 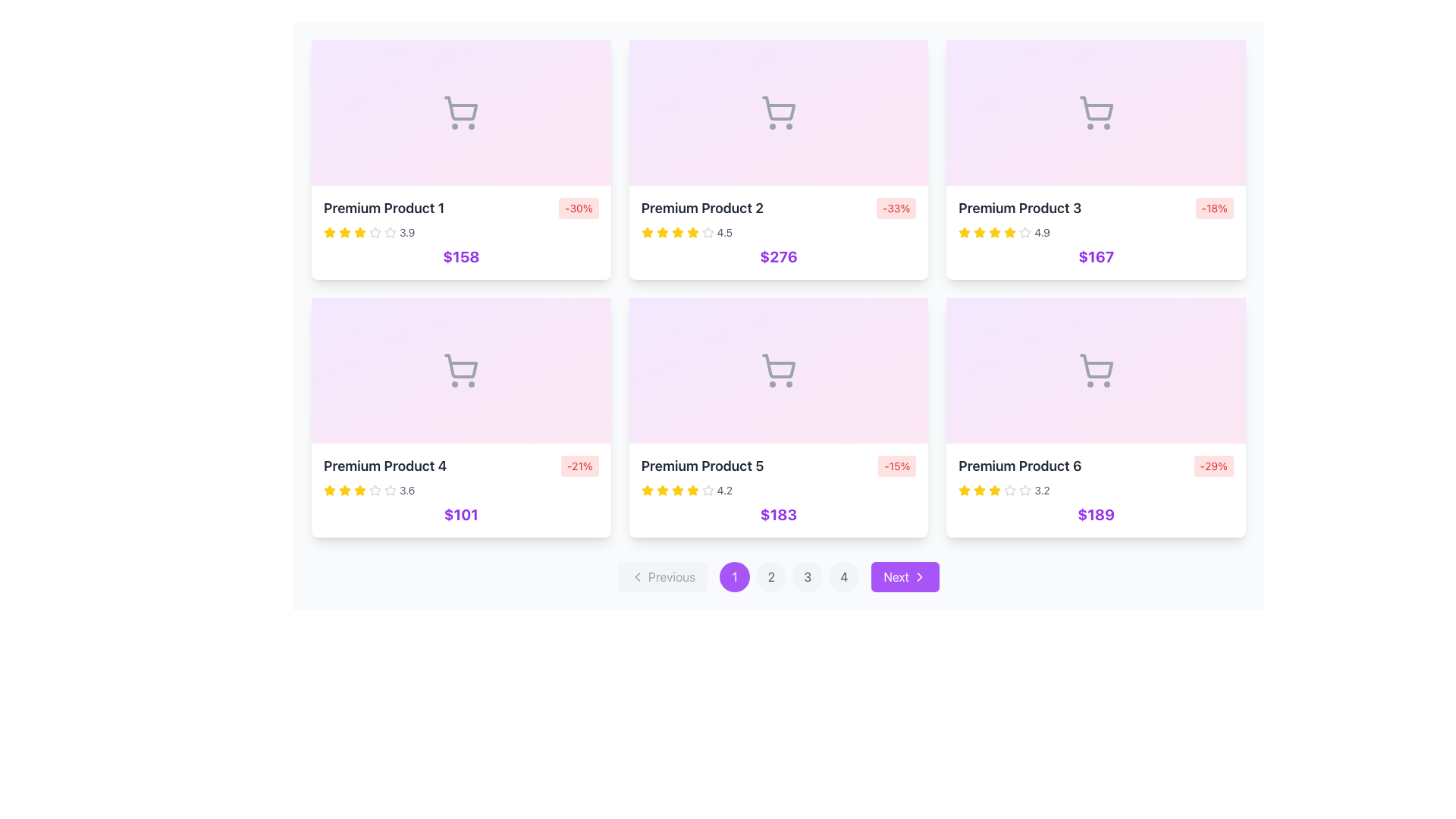 What do you see at coordinates (329, 490) in the screenshot?
I see `the second yellow star icon used as a rating indicator for 'Premium Product 4' located below its title` at bounding box center [329, 490].